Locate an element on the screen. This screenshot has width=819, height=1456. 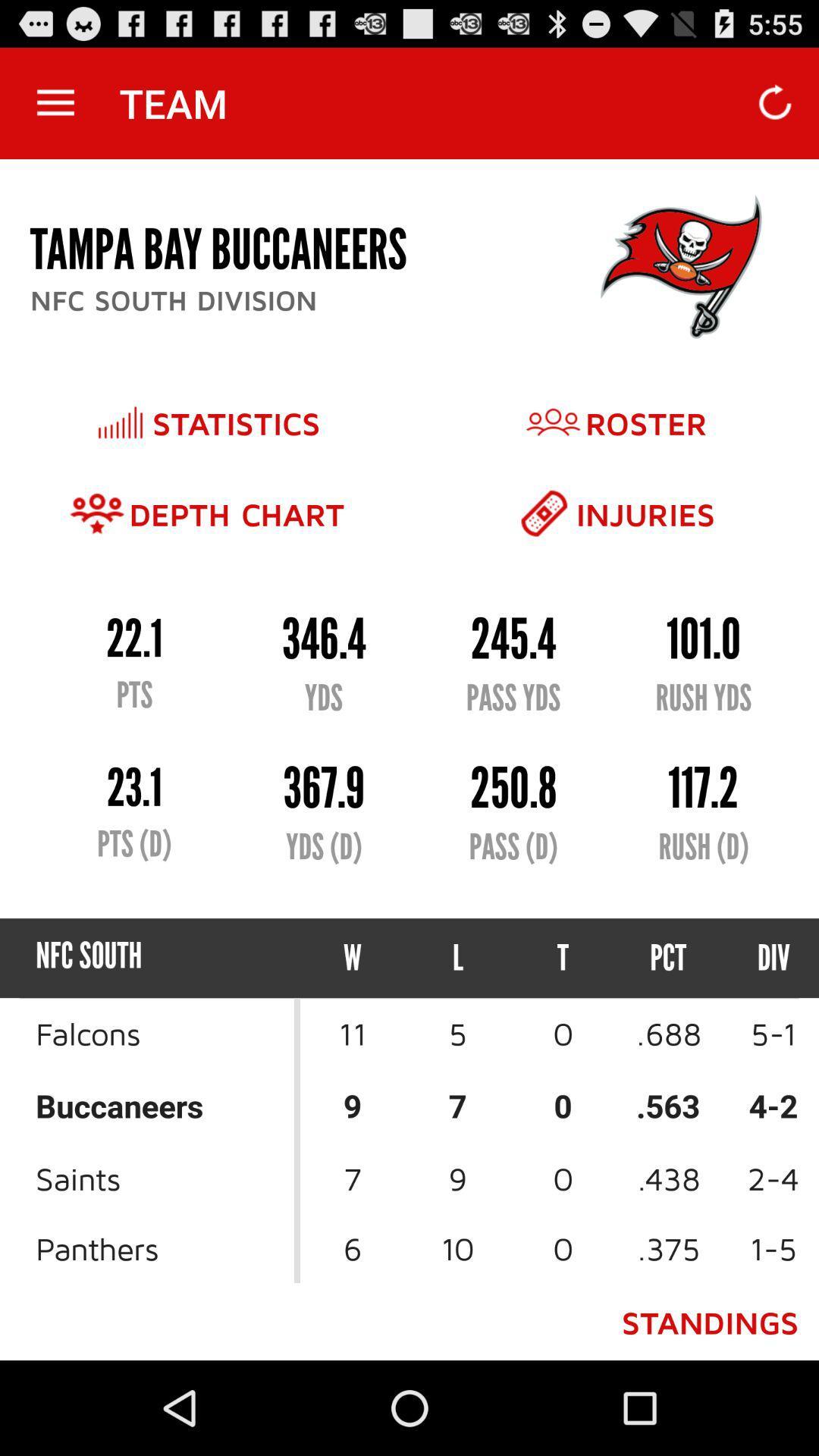
item below the rush (d) icon is located at coordinates (760, 957).